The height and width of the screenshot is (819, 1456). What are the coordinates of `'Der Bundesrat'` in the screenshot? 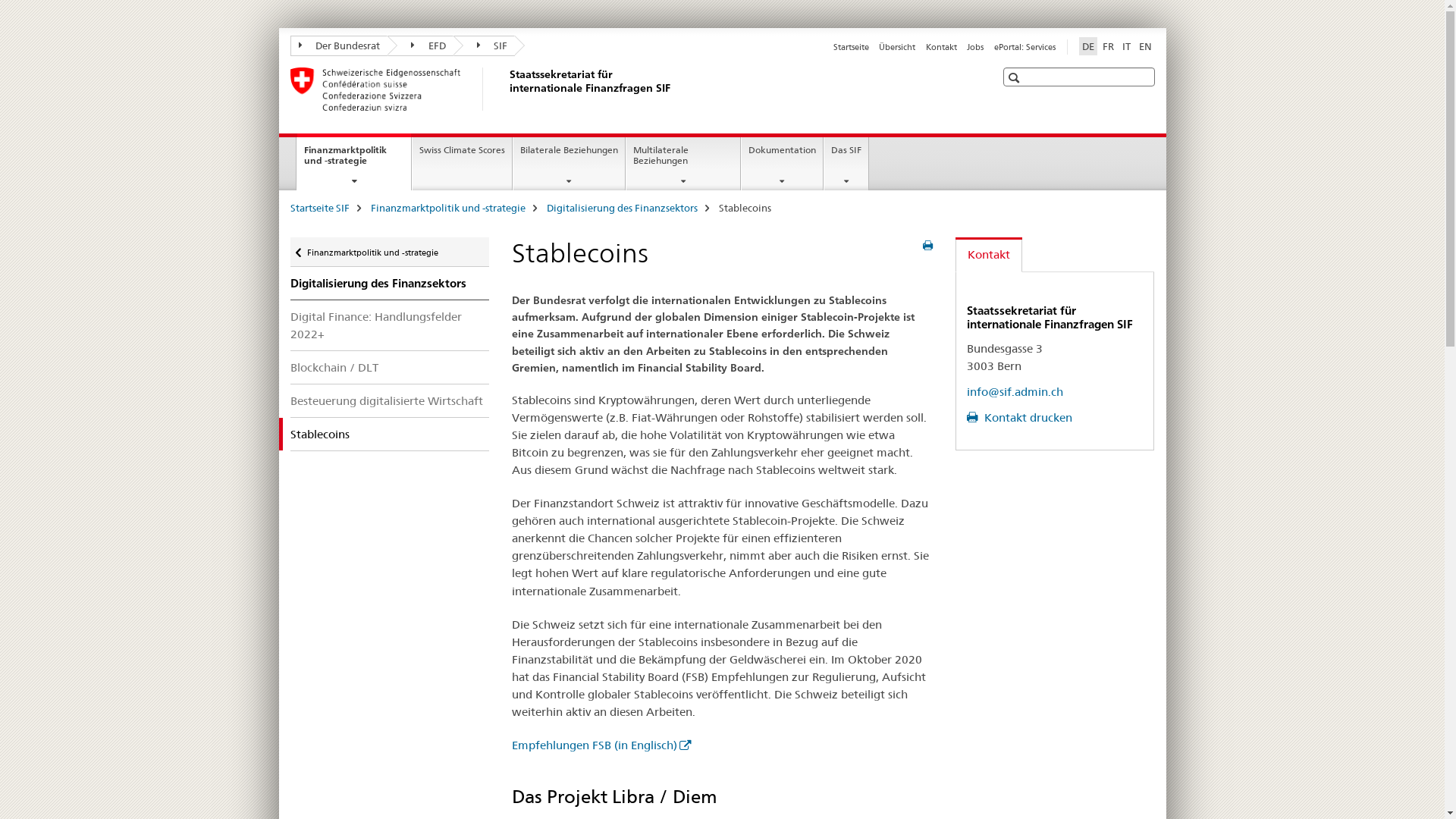 It's located at (337, 45).